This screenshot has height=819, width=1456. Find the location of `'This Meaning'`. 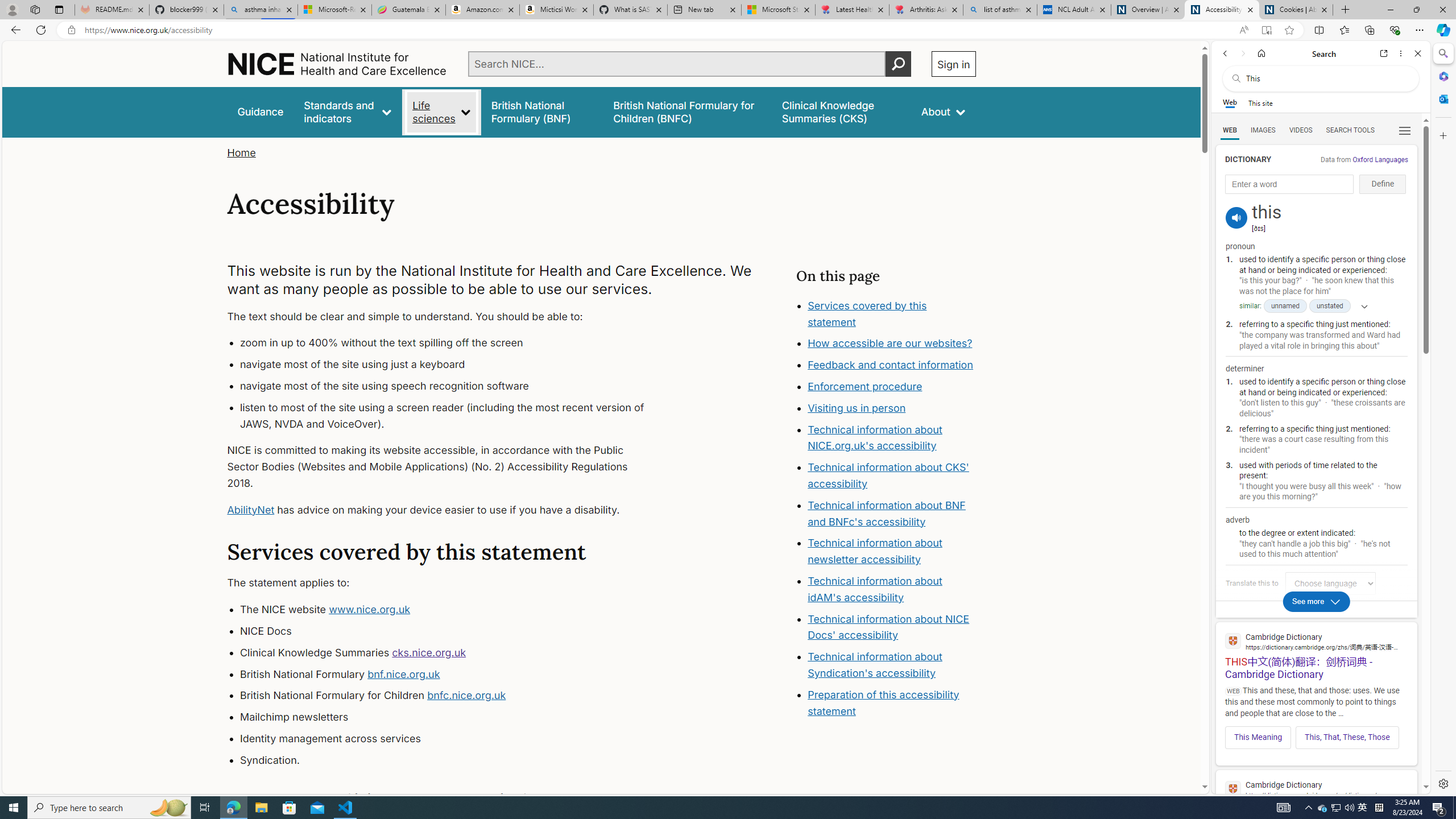

'This Meaning' is located at coordinates (1257, 737).